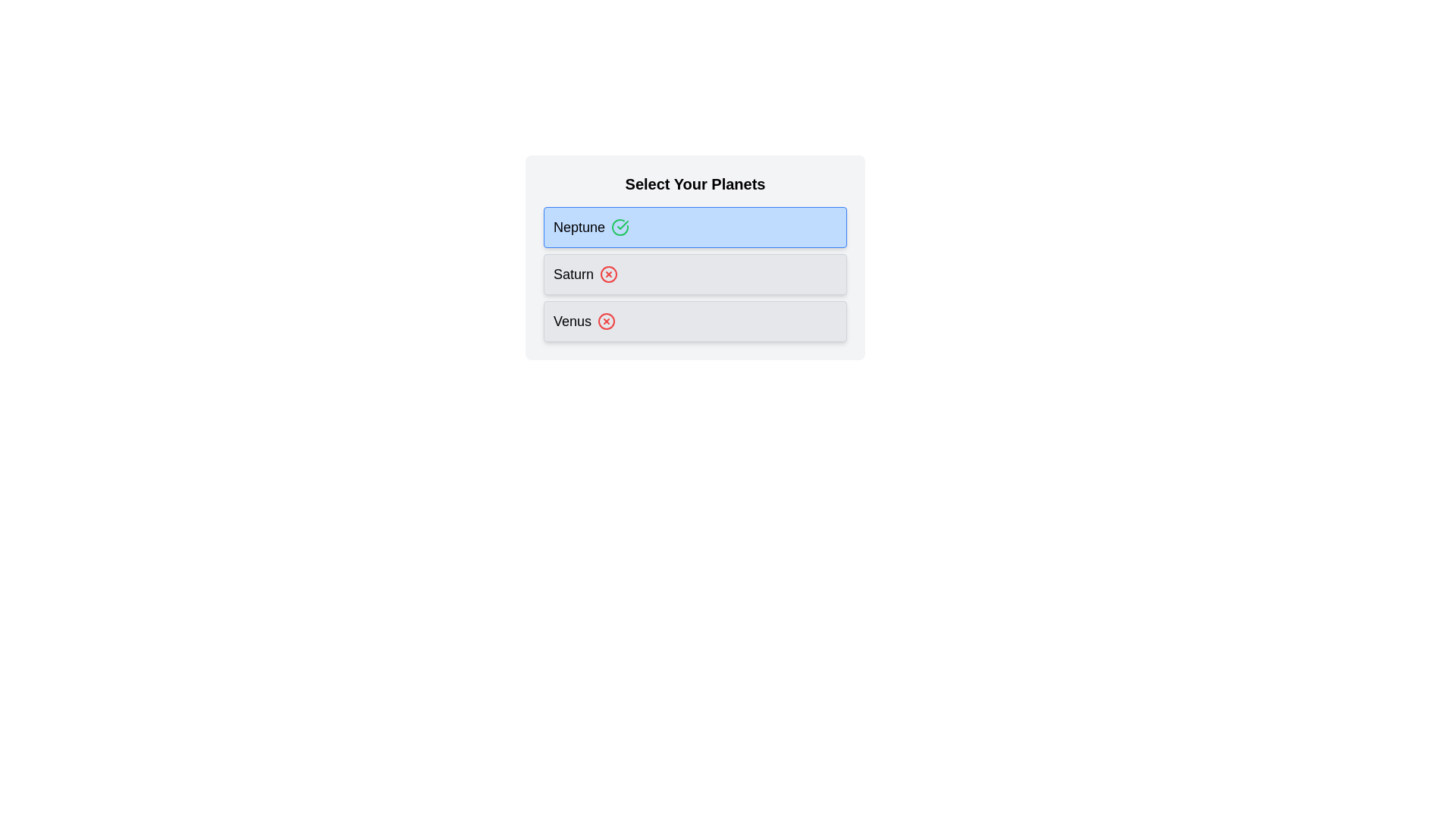  What do you see at coordinates (607, 321) in the screenshot?
I see `the chip labeled Venus` at bounding box center [607, 321].